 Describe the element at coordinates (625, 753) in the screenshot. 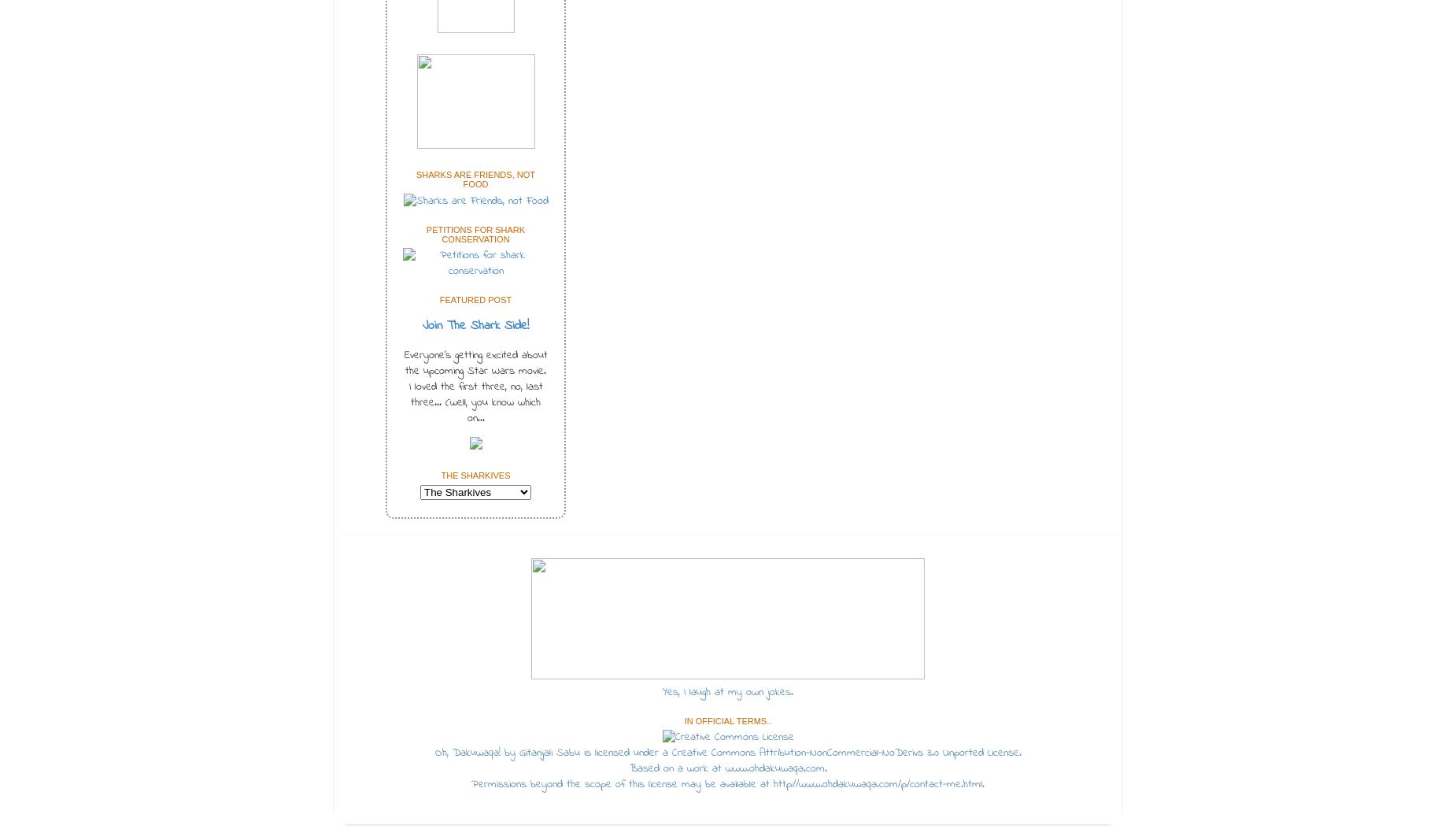

I see `'is licensed under a'` at that location.